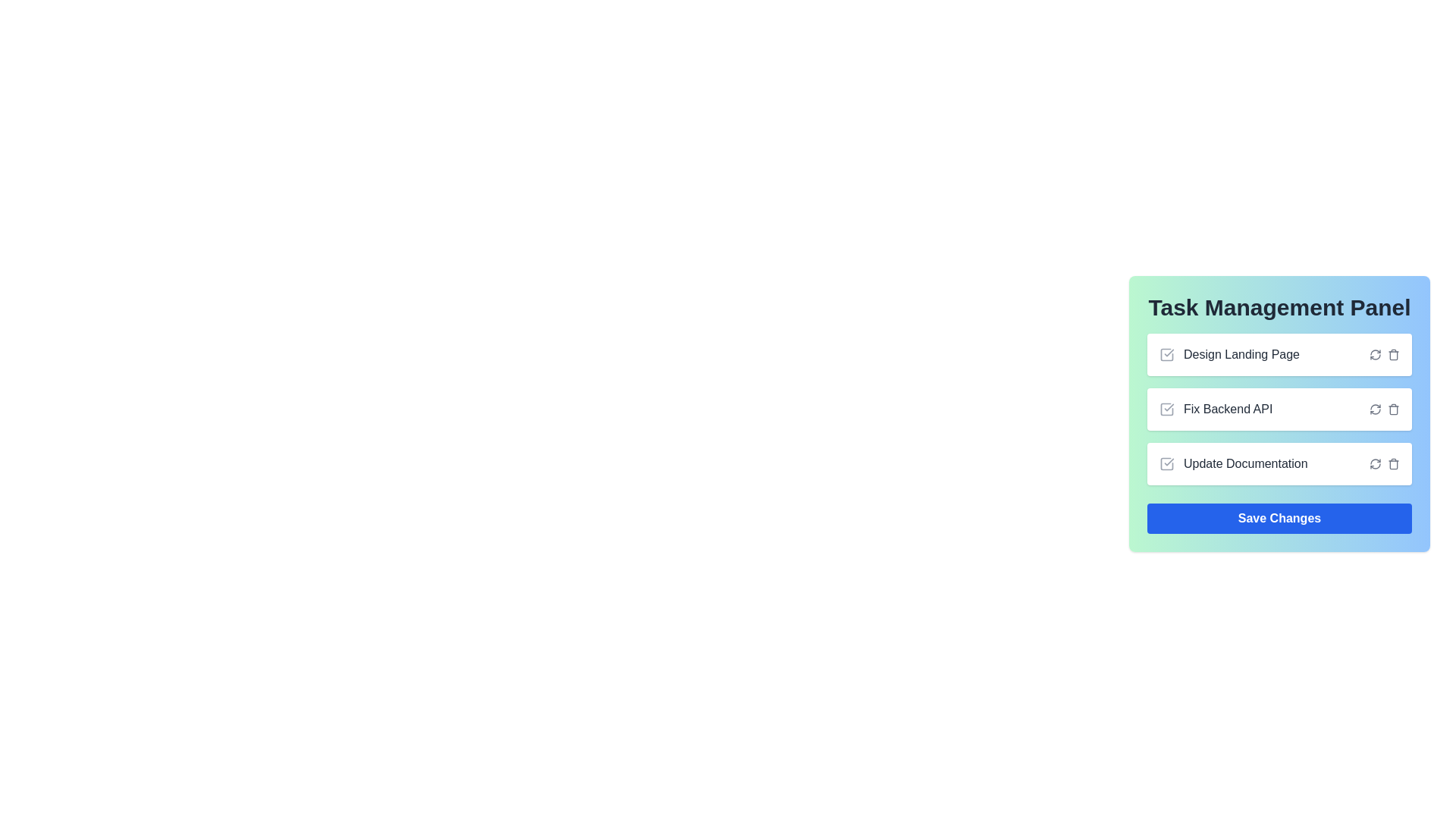 This screenshot has height=819, width=1456. I want to click on the status indicator icon for the 'Design Landing Page' task in the Task Management Panel, so click(1166, 354).